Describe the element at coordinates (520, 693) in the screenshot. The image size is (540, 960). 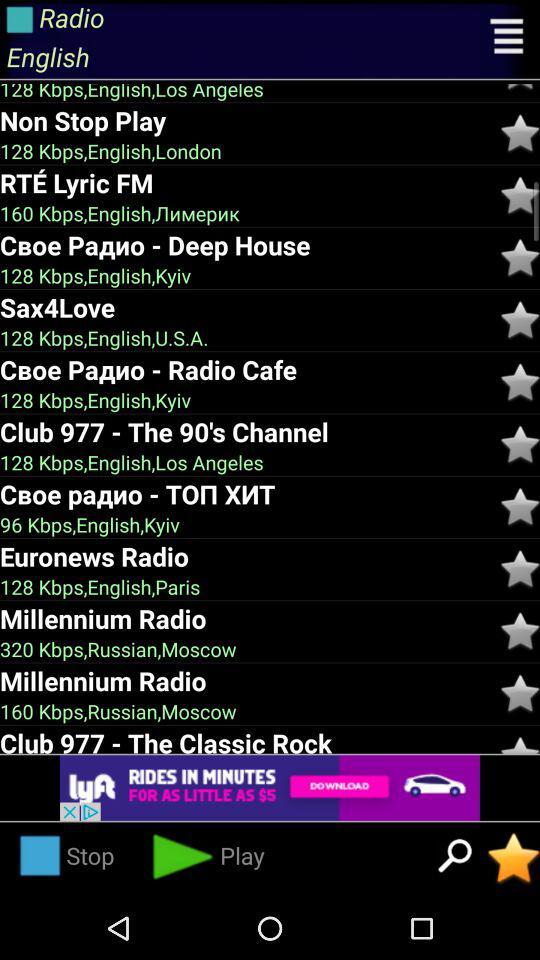
I see `booklist the song` at that location.